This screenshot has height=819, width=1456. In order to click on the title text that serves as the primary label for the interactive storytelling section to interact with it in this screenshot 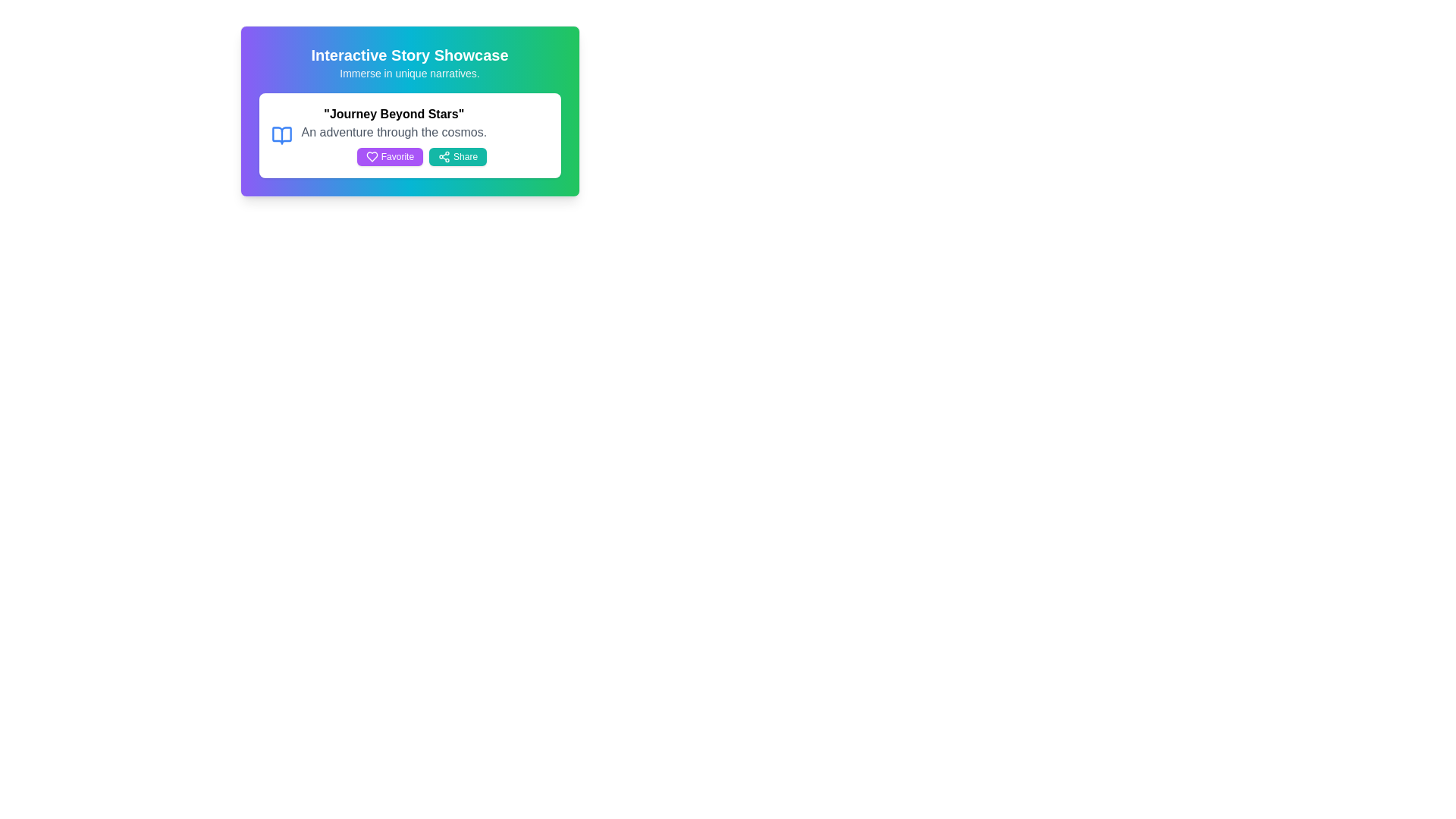, I will do `click(409, 55)`.